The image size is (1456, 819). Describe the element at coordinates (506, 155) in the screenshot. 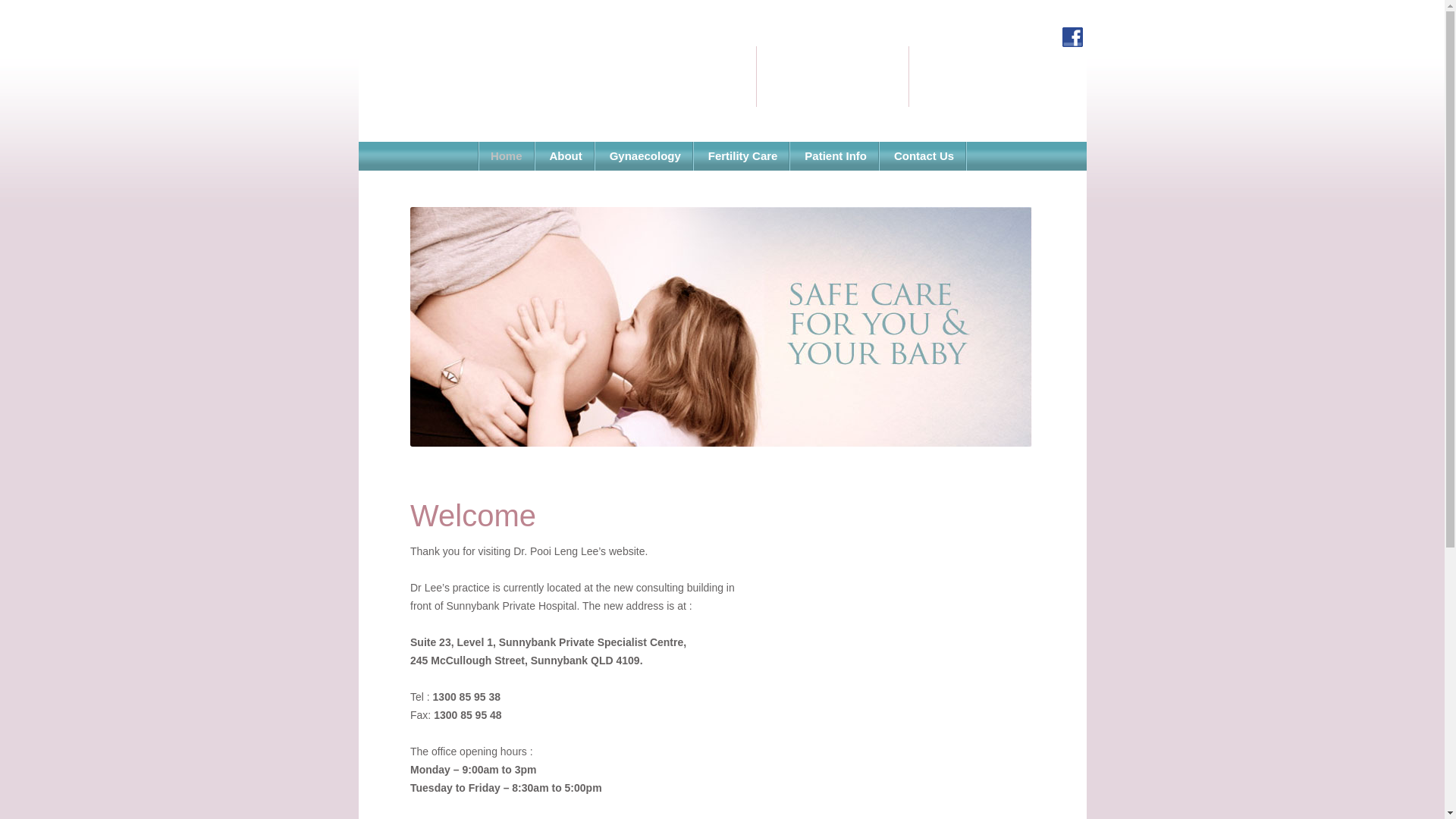

I see `'Home'` at that location.